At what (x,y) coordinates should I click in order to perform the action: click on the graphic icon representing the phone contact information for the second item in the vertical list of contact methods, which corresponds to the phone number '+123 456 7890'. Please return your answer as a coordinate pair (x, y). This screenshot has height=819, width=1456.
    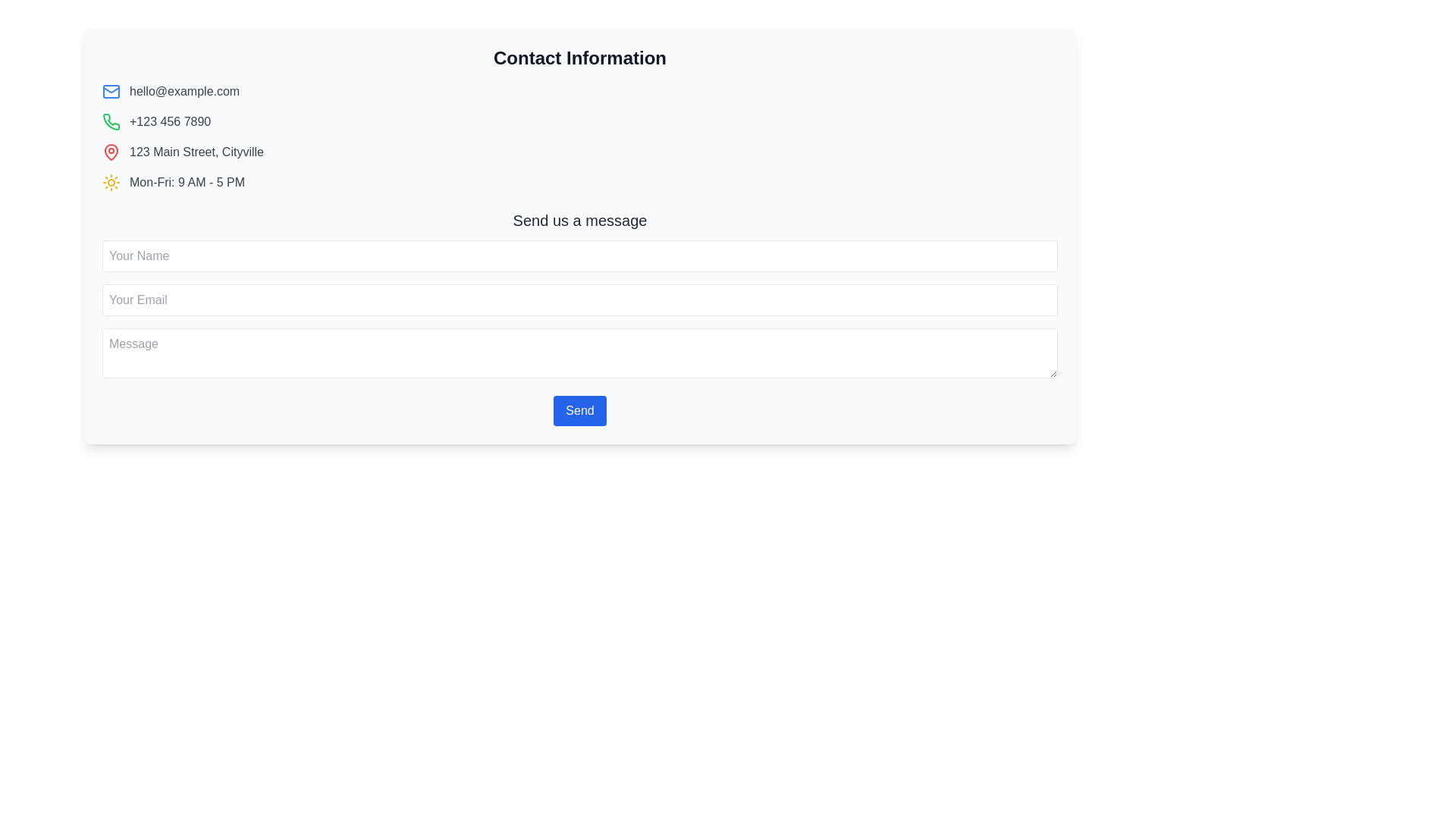
    Looking at the image, I should click on (111, 121).